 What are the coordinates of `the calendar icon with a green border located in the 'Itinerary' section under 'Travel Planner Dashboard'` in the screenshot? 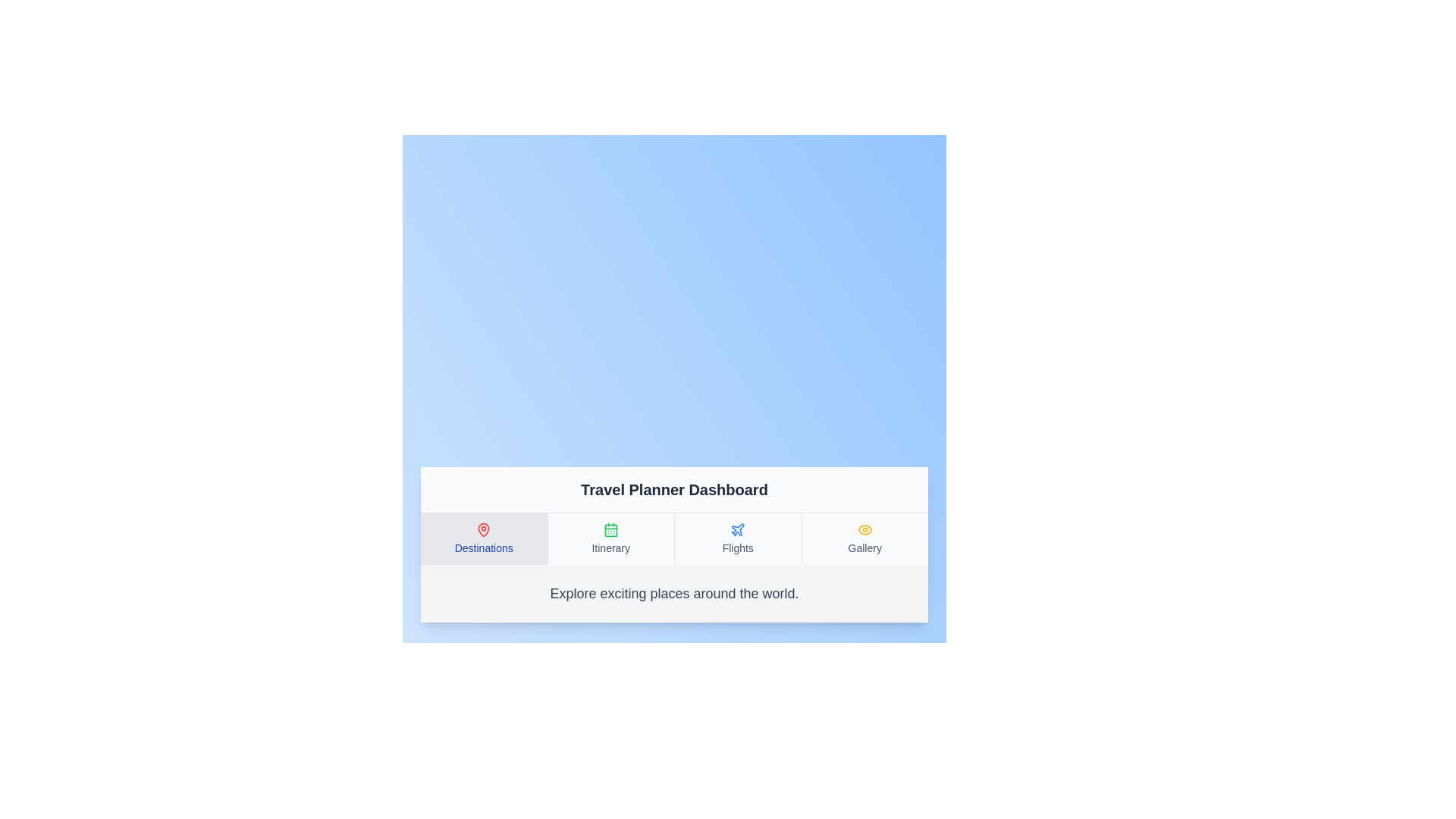 It's located at (610, 529).